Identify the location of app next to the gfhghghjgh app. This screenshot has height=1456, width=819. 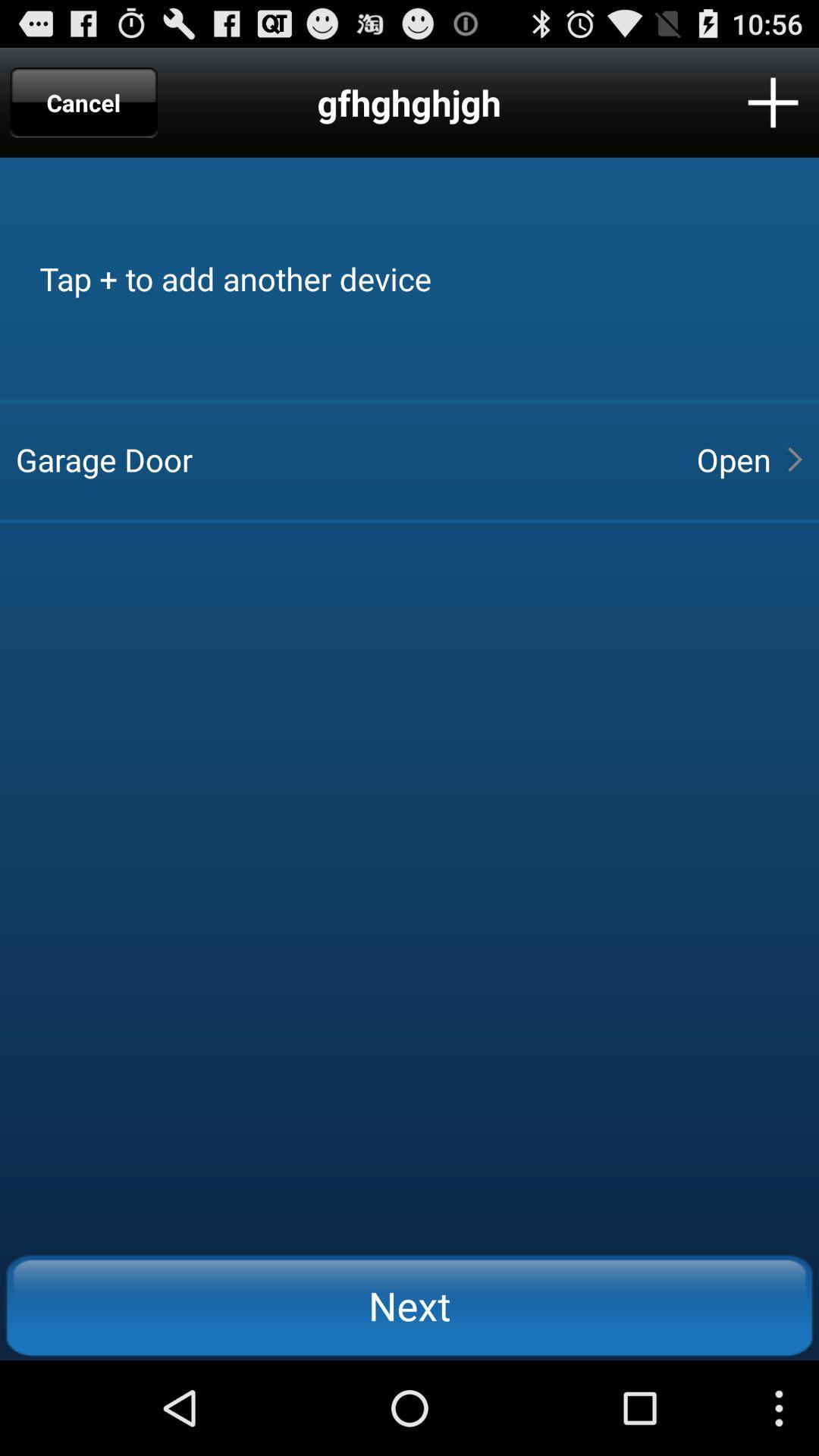
(83, 102).